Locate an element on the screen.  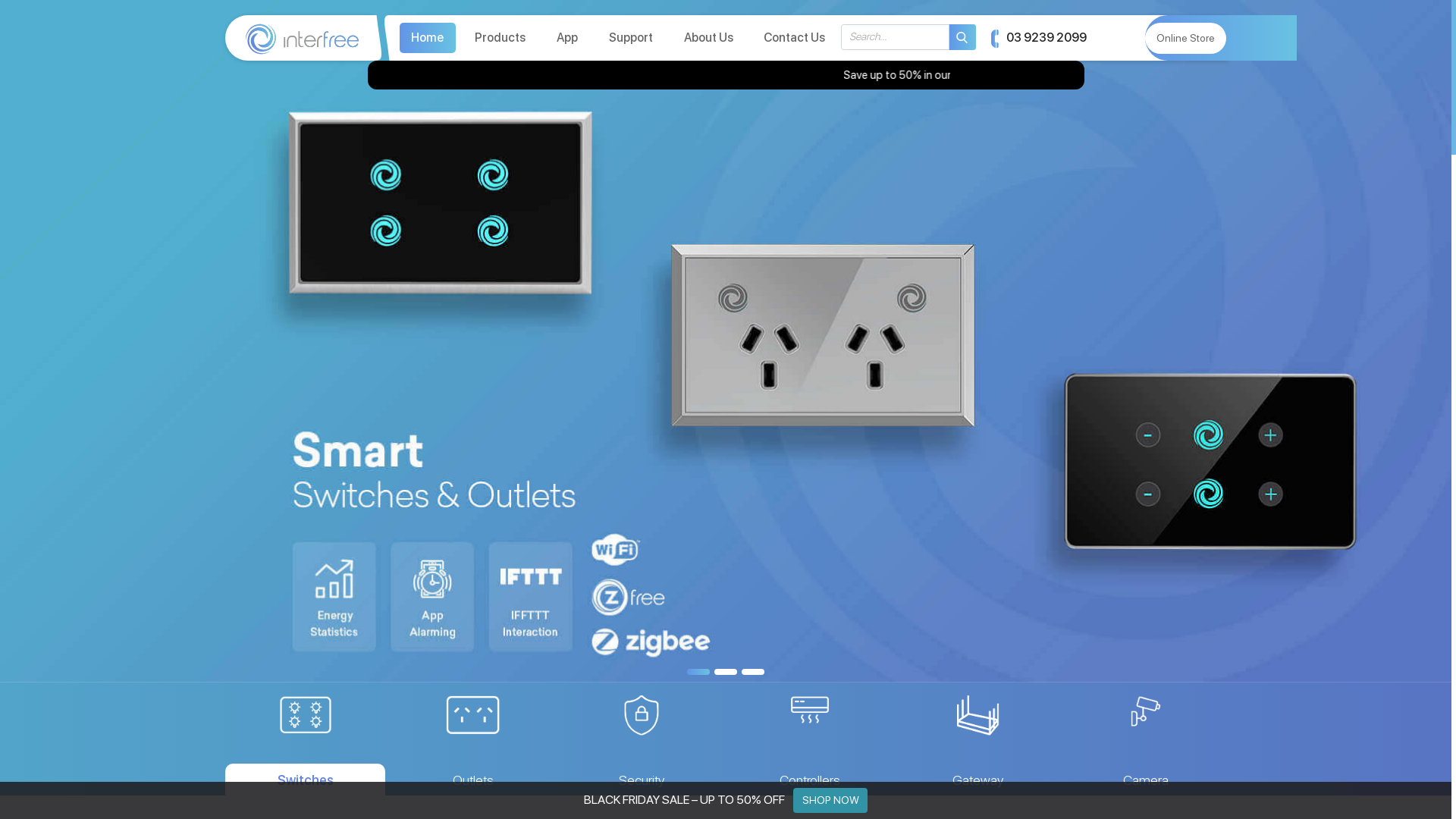
'About Us' is located at coordinates (708, 37).